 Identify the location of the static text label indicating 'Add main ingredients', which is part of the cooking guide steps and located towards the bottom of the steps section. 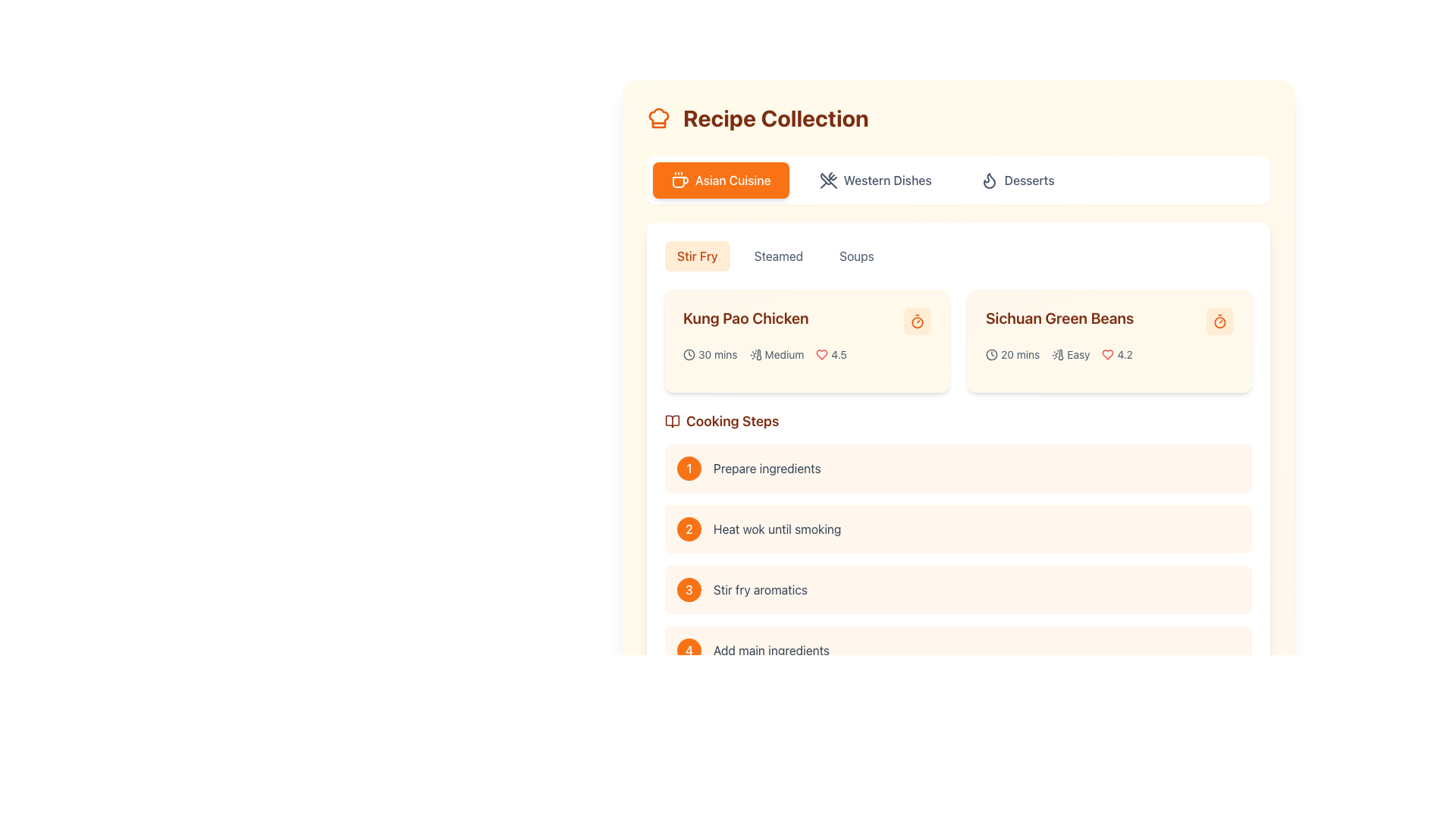
(771, 649).